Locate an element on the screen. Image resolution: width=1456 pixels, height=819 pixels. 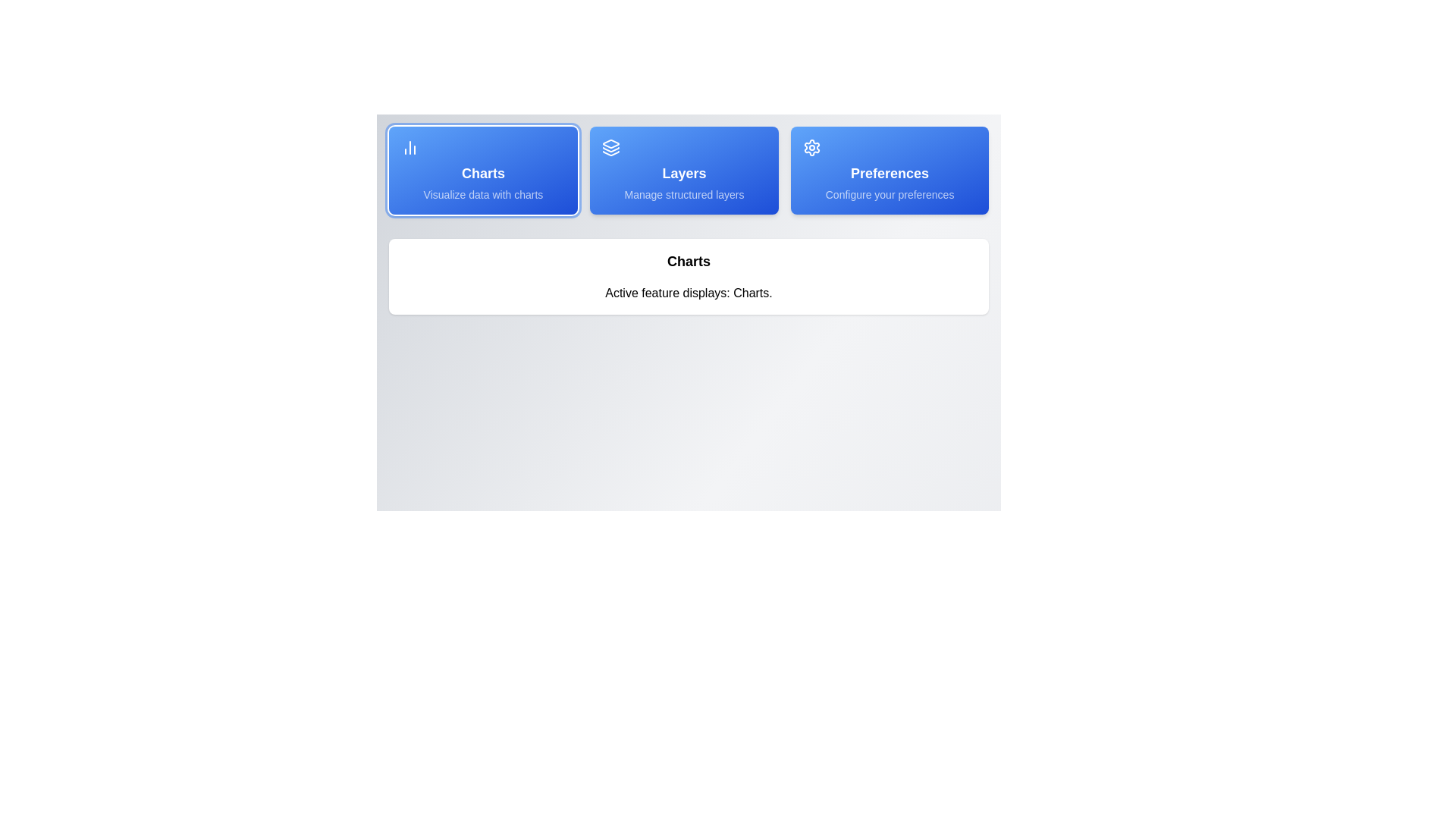
descriptive text 'Manage structured layers' displayed in light blue against a vibrant blue background, located beneath the title 'Layers' within the card labeled 'Layers' is located at coordinates (683, 194).